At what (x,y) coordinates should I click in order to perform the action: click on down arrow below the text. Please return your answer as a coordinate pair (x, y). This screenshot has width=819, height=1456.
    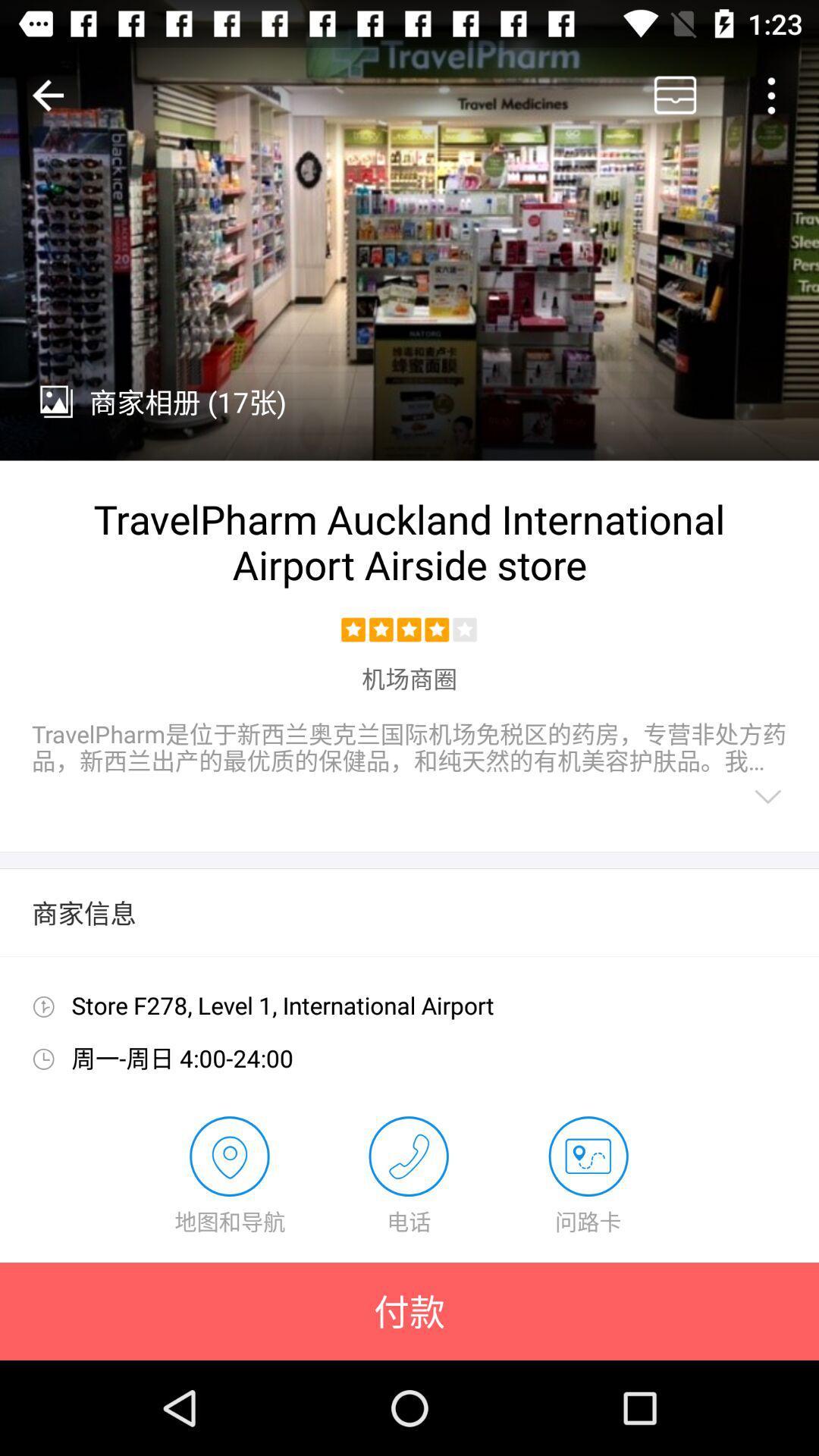
    Looking at the image, I should click on (768, 796).